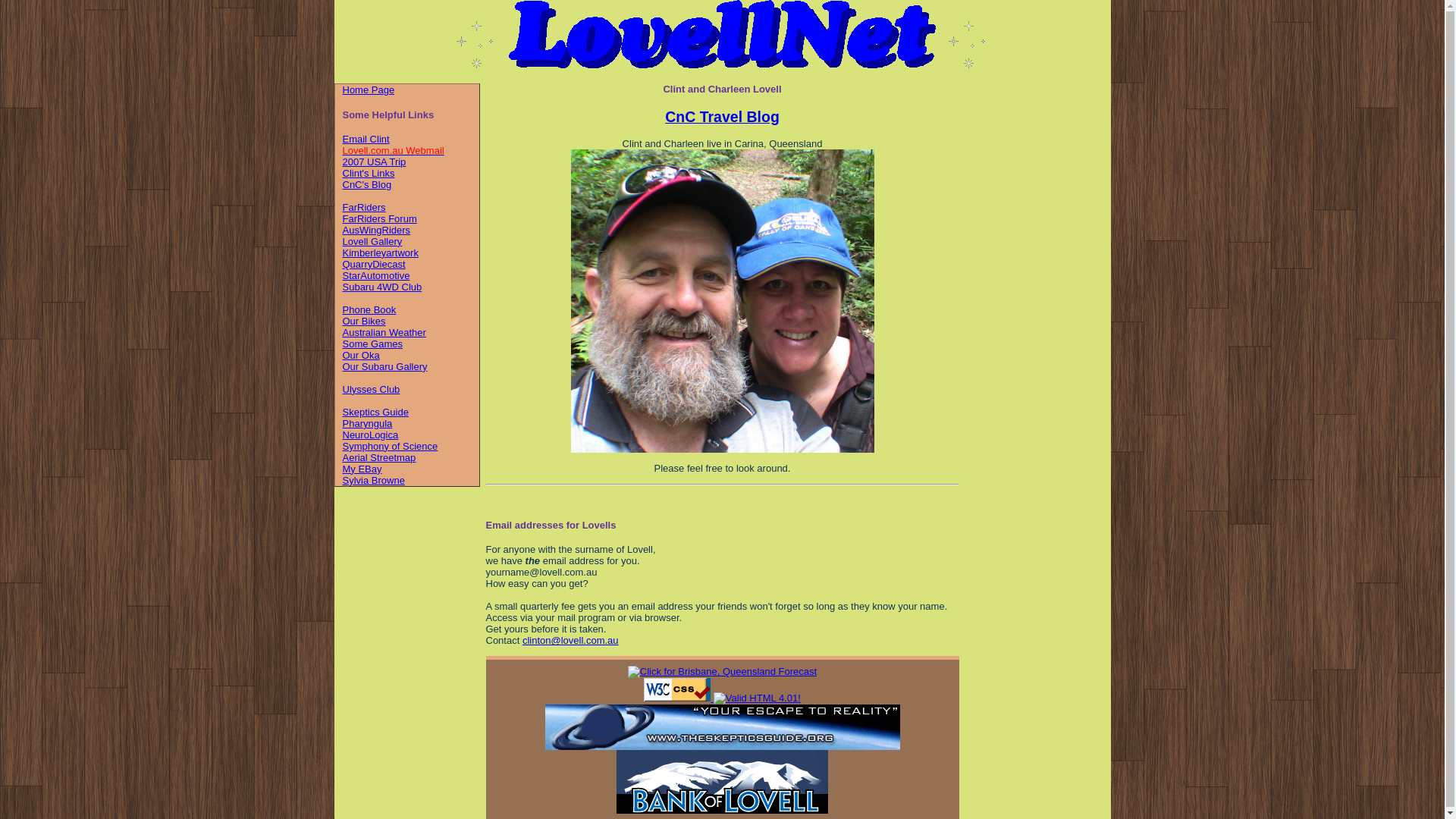 The image size is (1456, 819). I want to click on 'Symphony of Science', so click(390, 445).